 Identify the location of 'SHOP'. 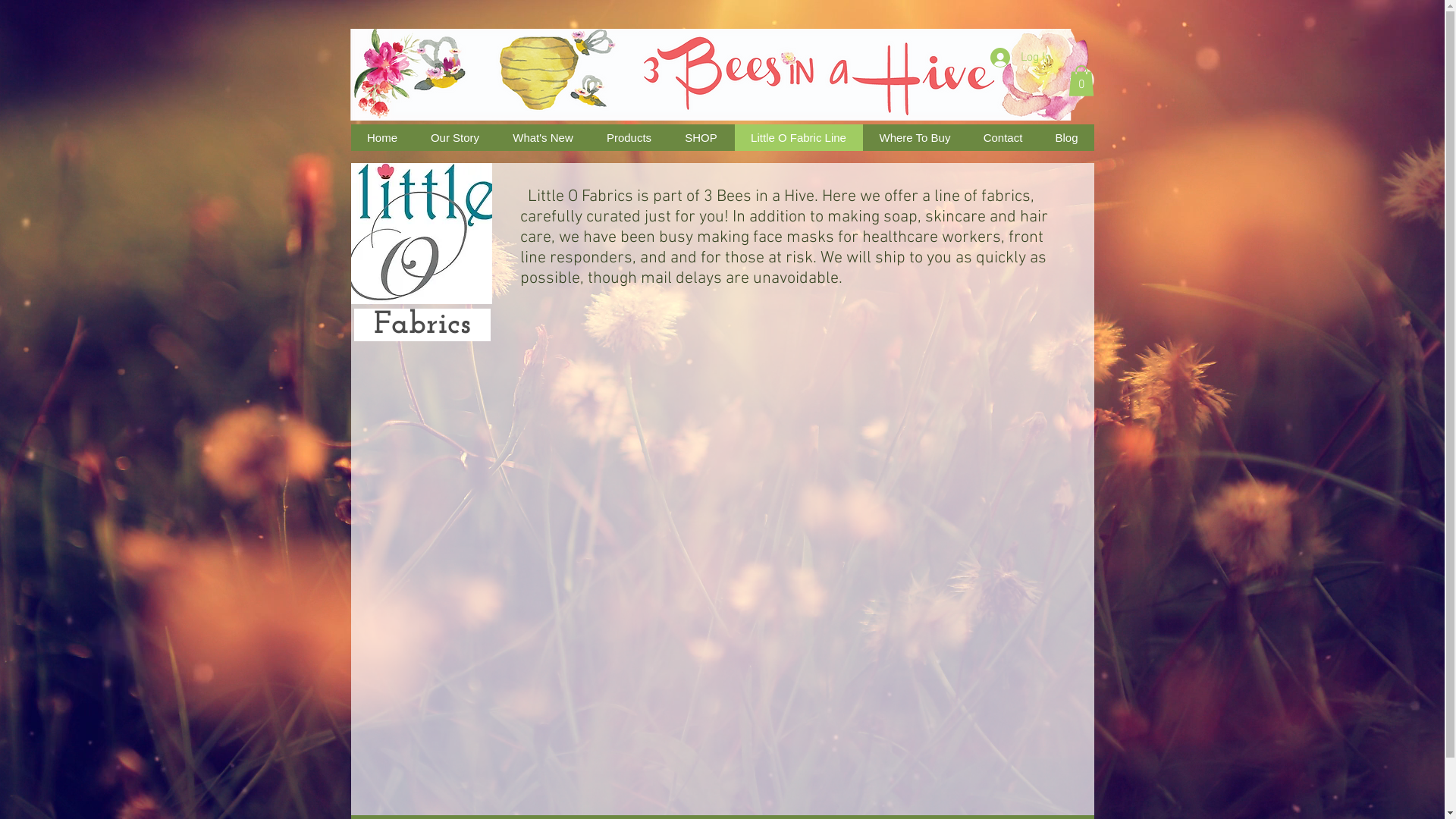
(699, 137).